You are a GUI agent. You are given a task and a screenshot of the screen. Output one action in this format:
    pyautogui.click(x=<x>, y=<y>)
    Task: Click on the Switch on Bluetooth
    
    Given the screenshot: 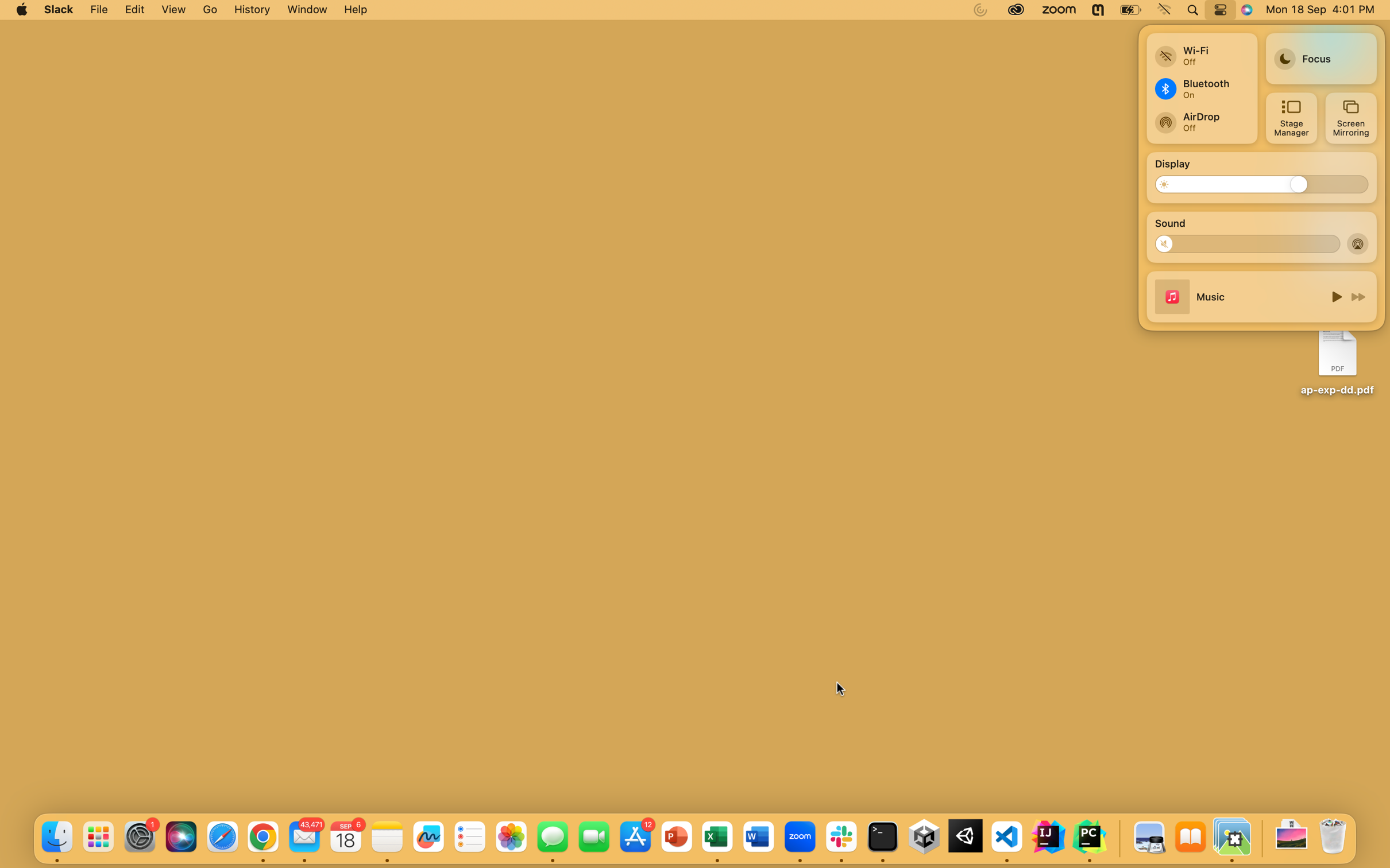 What is the action you would take?
    pyautogui.click(x=1200, y=88)
    